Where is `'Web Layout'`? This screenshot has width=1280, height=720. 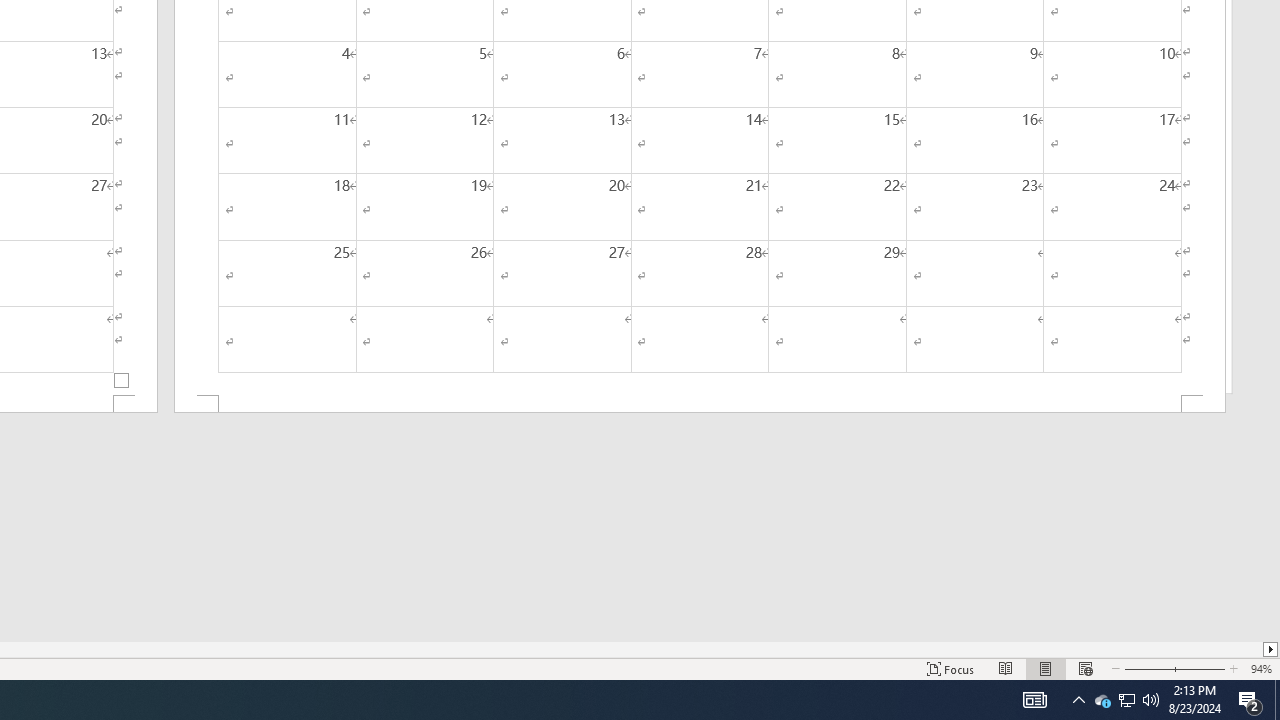 'Web Layout' is located at coordinates (1085, 669).